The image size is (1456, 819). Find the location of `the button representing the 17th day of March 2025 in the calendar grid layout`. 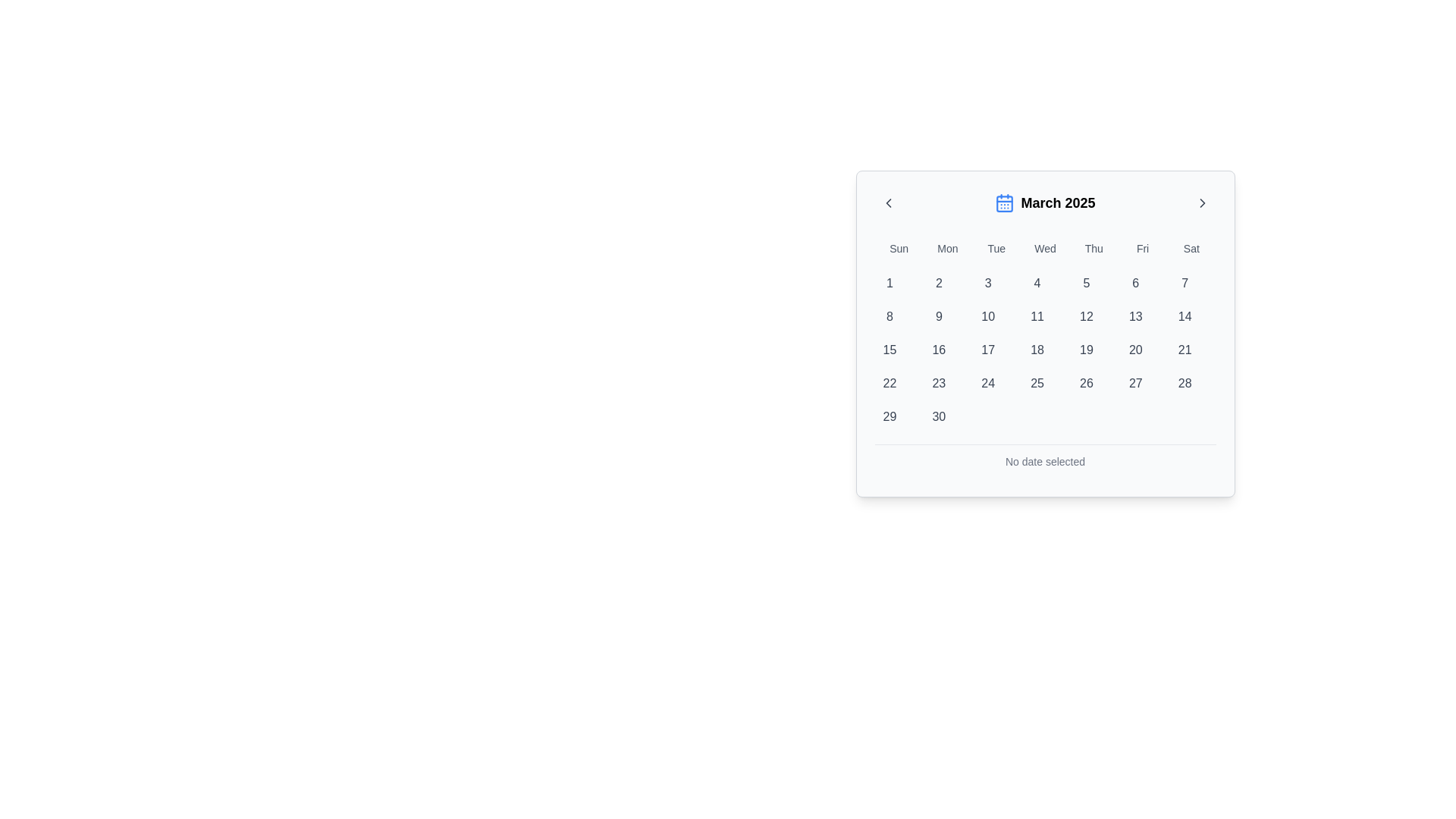

the button representing the 17th day of March 2025 in the calendar grid layout is located at coordinates (988, 350).